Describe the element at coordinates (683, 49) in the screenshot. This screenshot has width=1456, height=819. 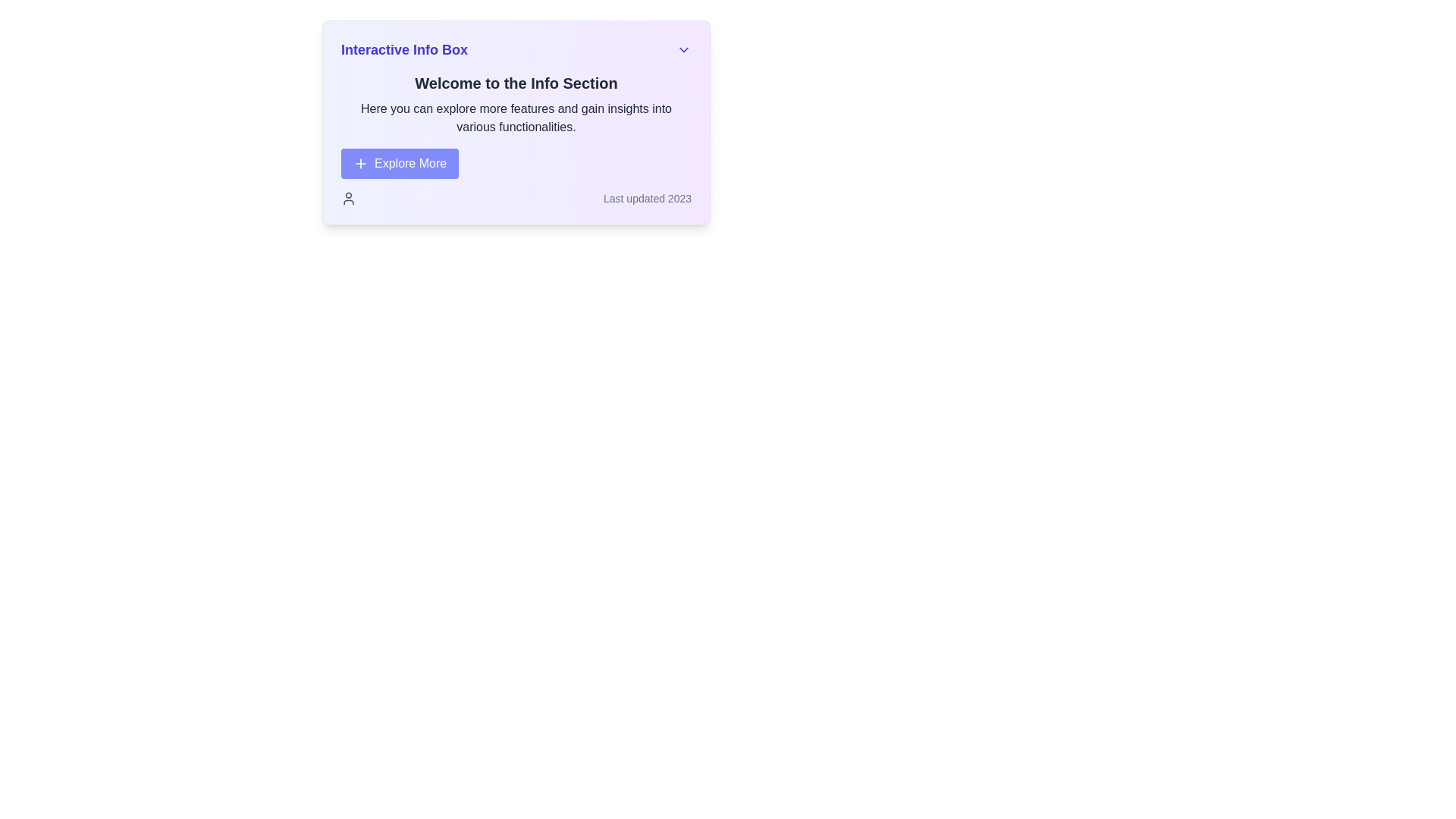
I see `the chevron-down SVG icon located at the top-right corner of the 'Interactive Info Box'` at that location.